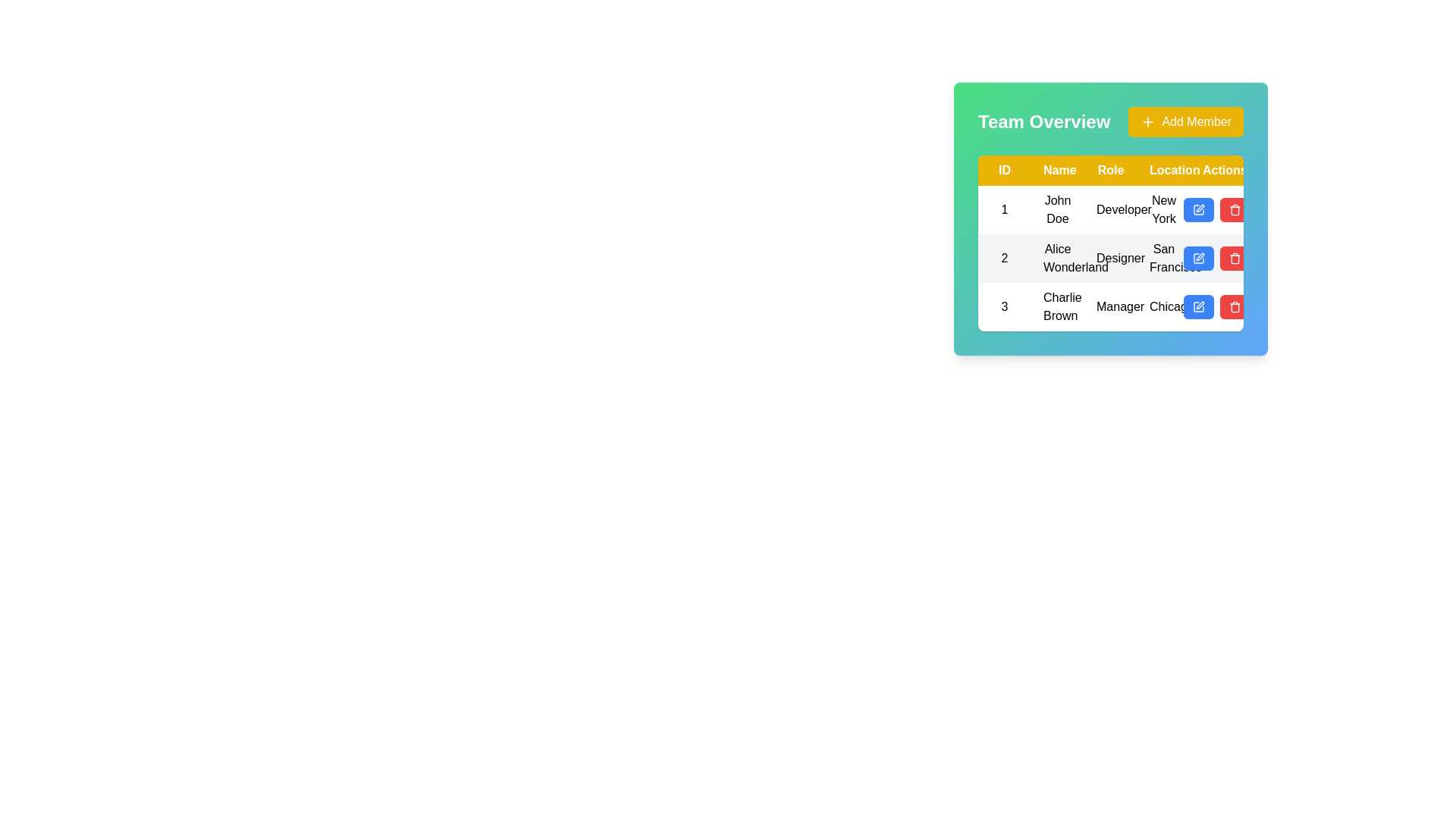 The width and height of the screenshot is (1456, 819). What do you see at coordinates (1197, 307) in the screenshot?
I see `the blue button containing a pen icon in the 'Actions' column of the third row for 'Charlie Brown' in the 'Team Overview' table for keyboard navigation` at bounding box center [1197, 307].